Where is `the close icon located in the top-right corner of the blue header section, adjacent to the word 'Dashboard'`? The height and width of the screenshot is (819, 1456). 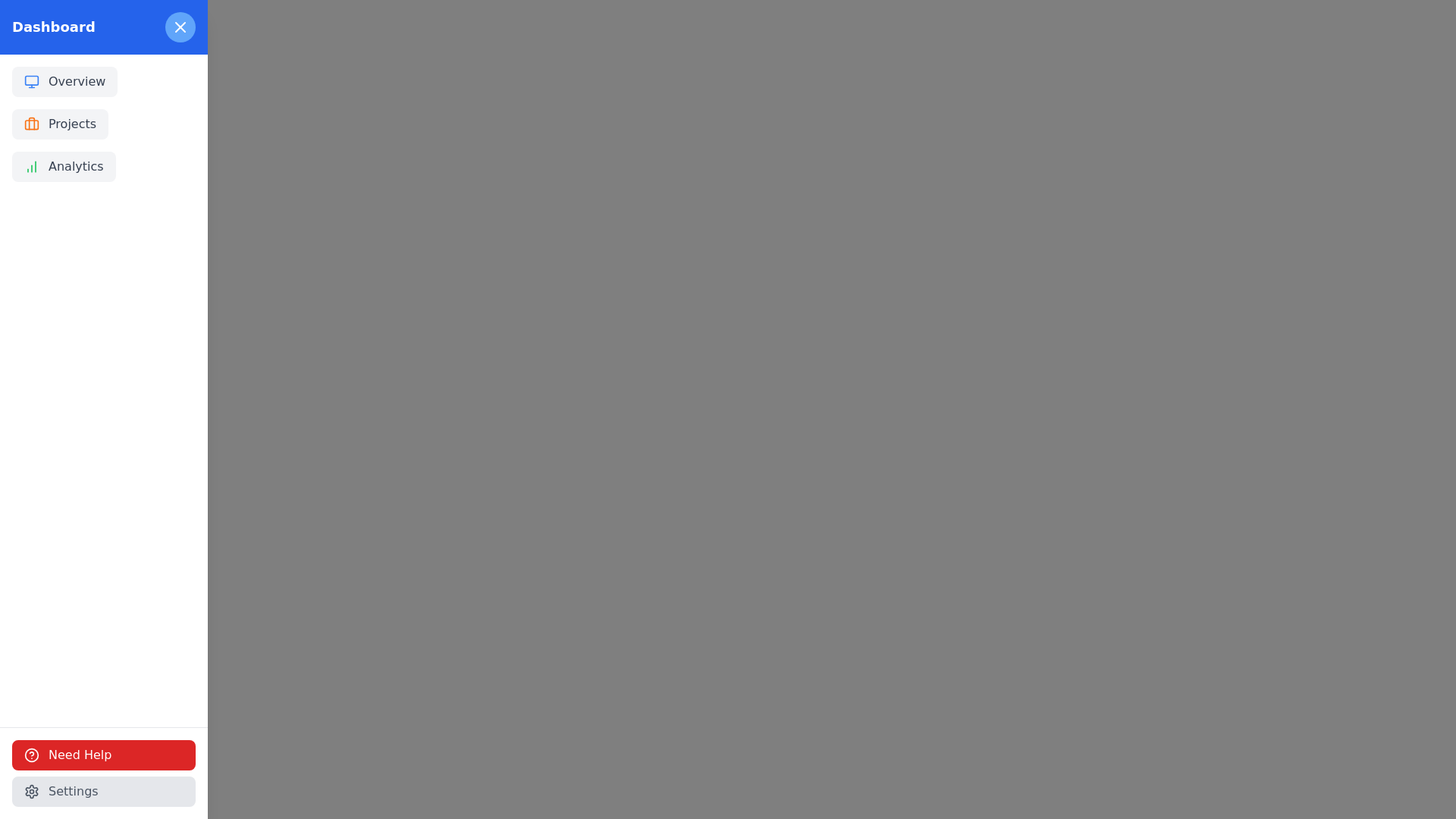 the close icon located in the top-right corner of the blue header section, adjacent to the word 'Dashboard' is located at coordinates (180, 27).